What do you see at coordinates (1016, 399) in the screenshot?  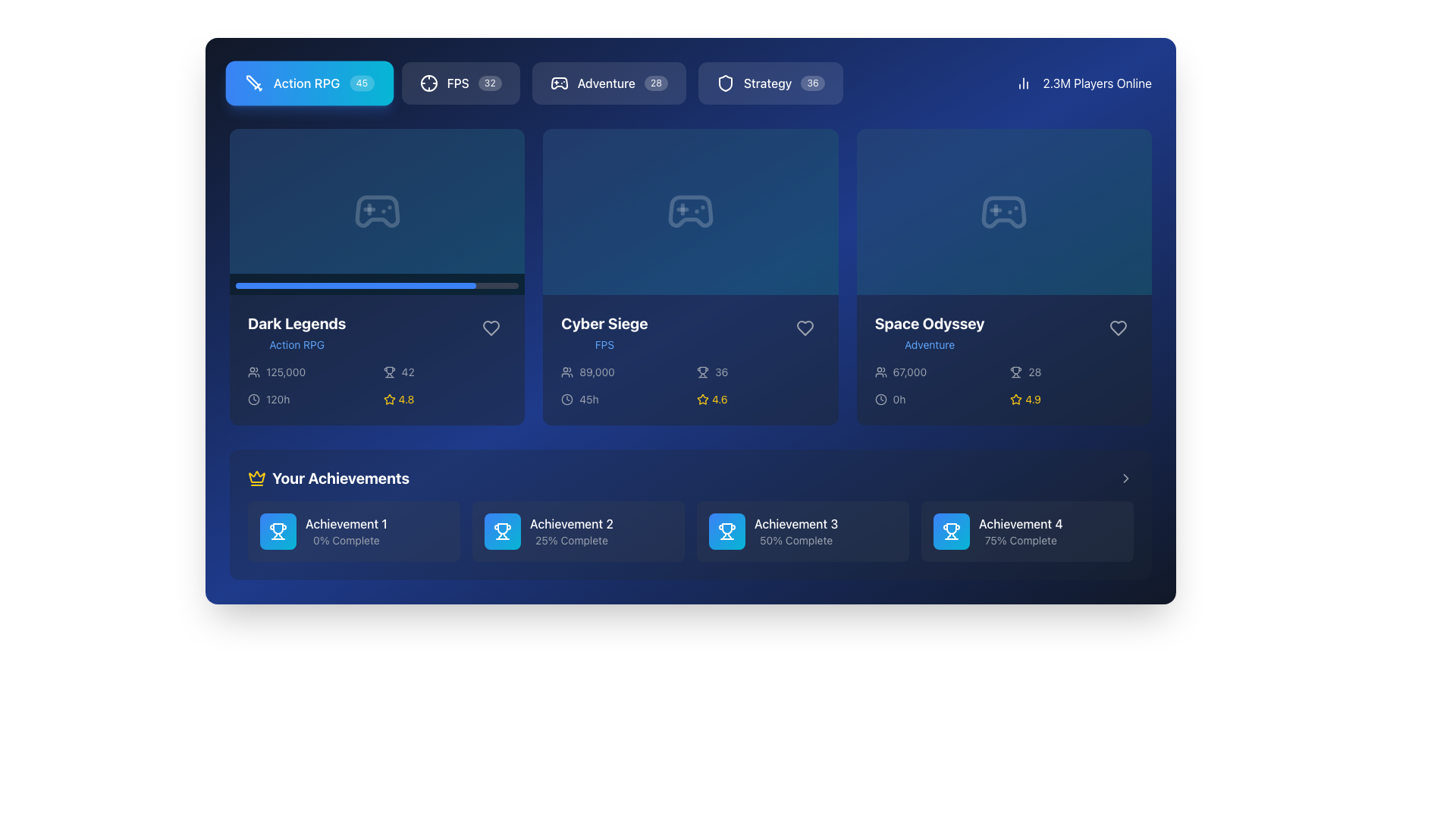 I see `the star icon with a yellow outline located at the bottom center of the third card, slightly left of the numerical rating '4.9'` at bounding box center [1016, 399].